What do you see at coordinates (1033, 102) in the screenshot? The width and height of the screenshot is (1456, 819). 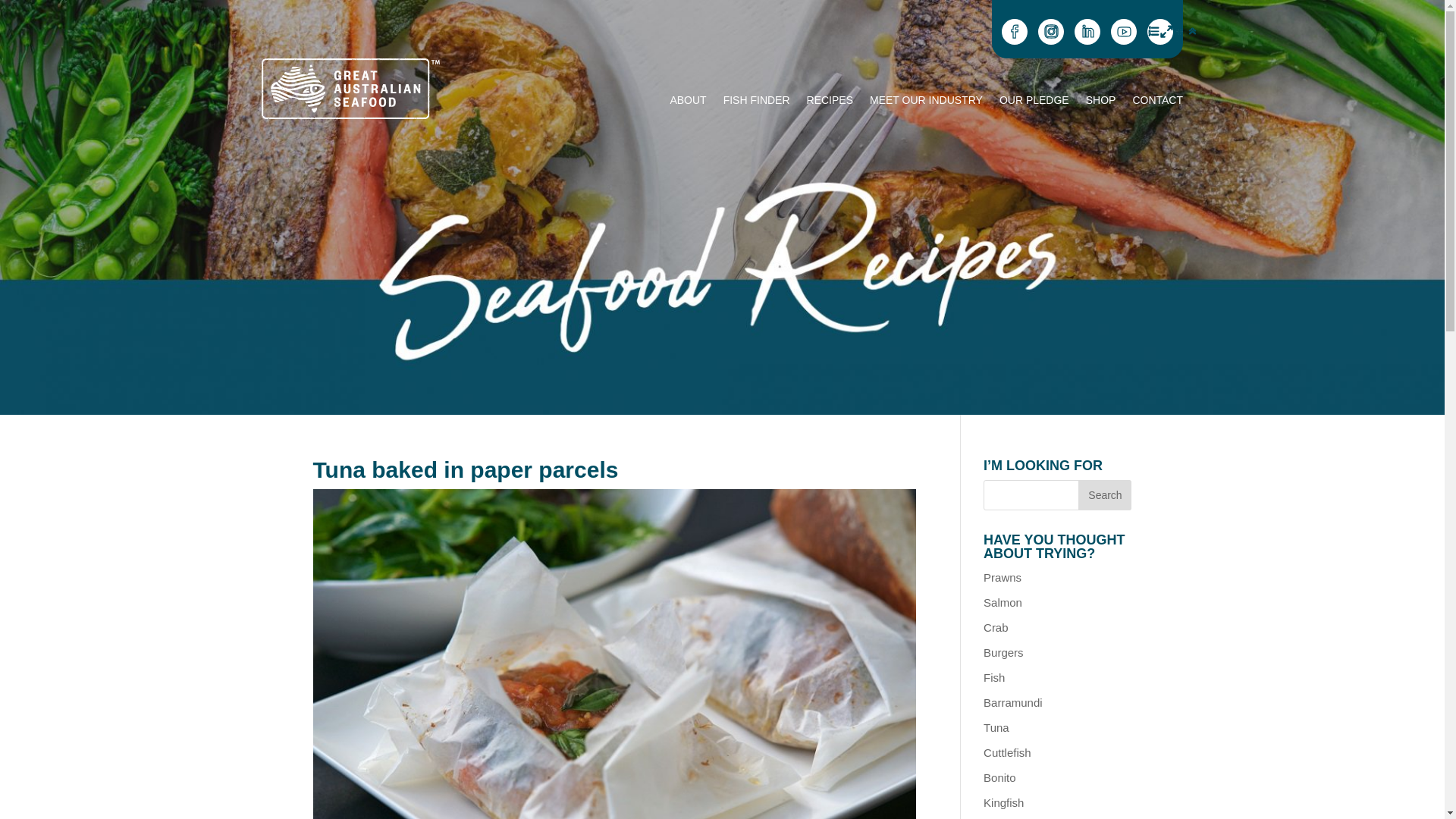 I see `'OUR PLEDGE'` at bounding box center [1033, 102].